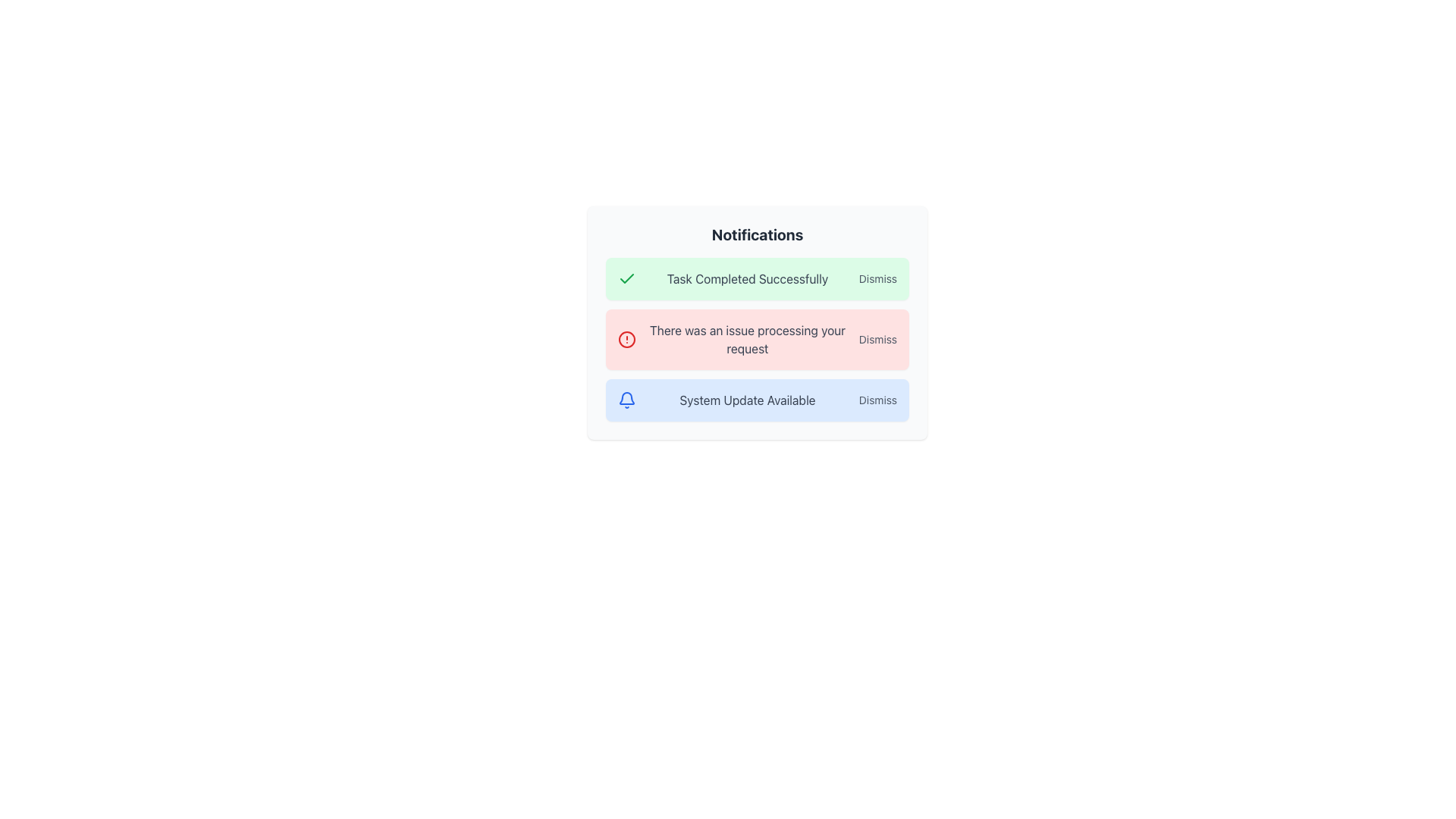 The height and width of the screenshot is (819, 1456). What do you see at coordinates (747, 338) in the screenshot?
I see `the text label that informs the user of an issue or error, located in the second notification row between 'Task Completed Successfully' and 'System Update Available'` at bounding box center [747, 338].